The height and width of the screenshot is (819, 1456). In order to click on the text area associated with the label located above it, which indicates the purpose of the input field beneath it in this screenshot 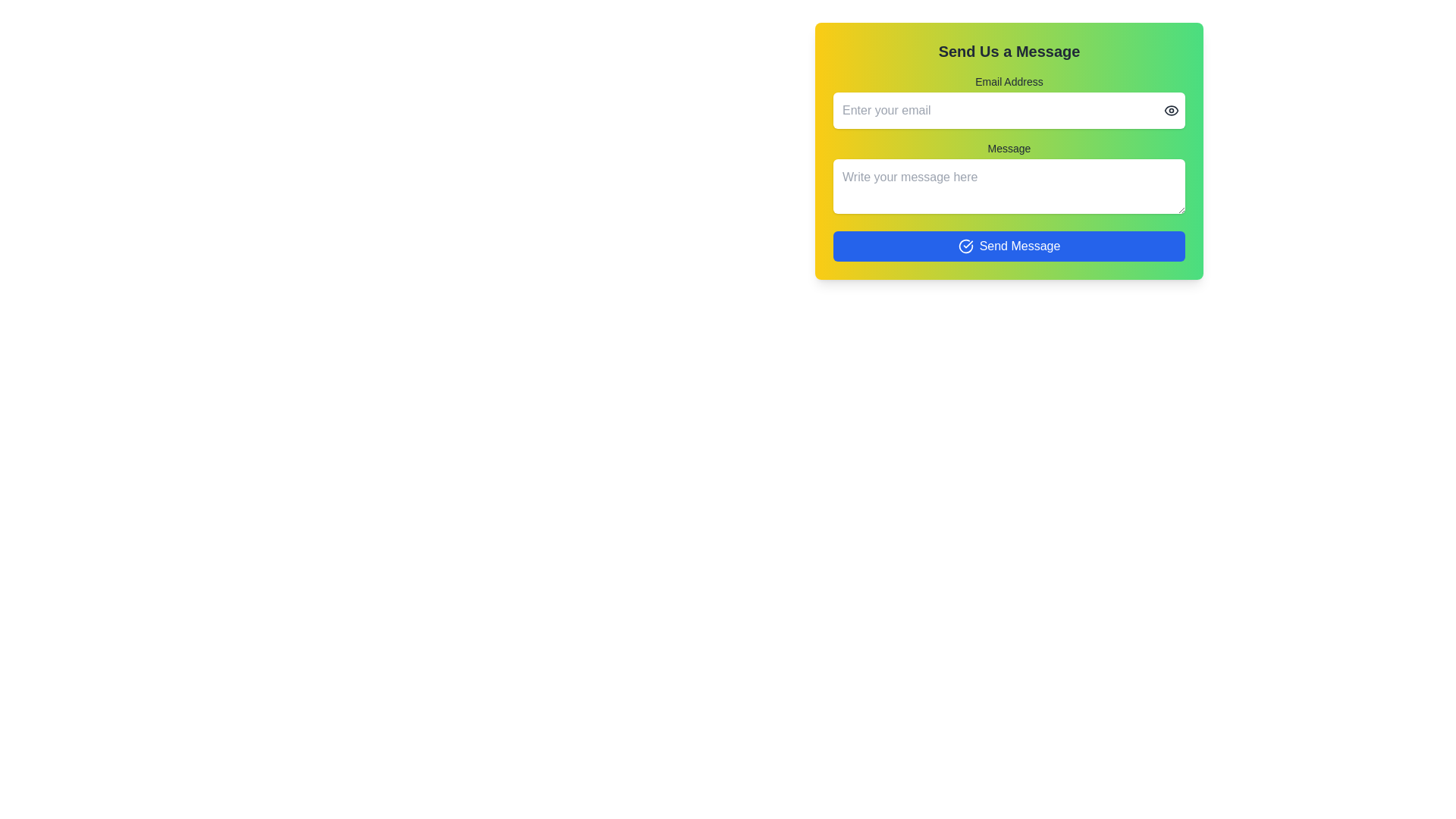, I will do `click(1009, 149)`.